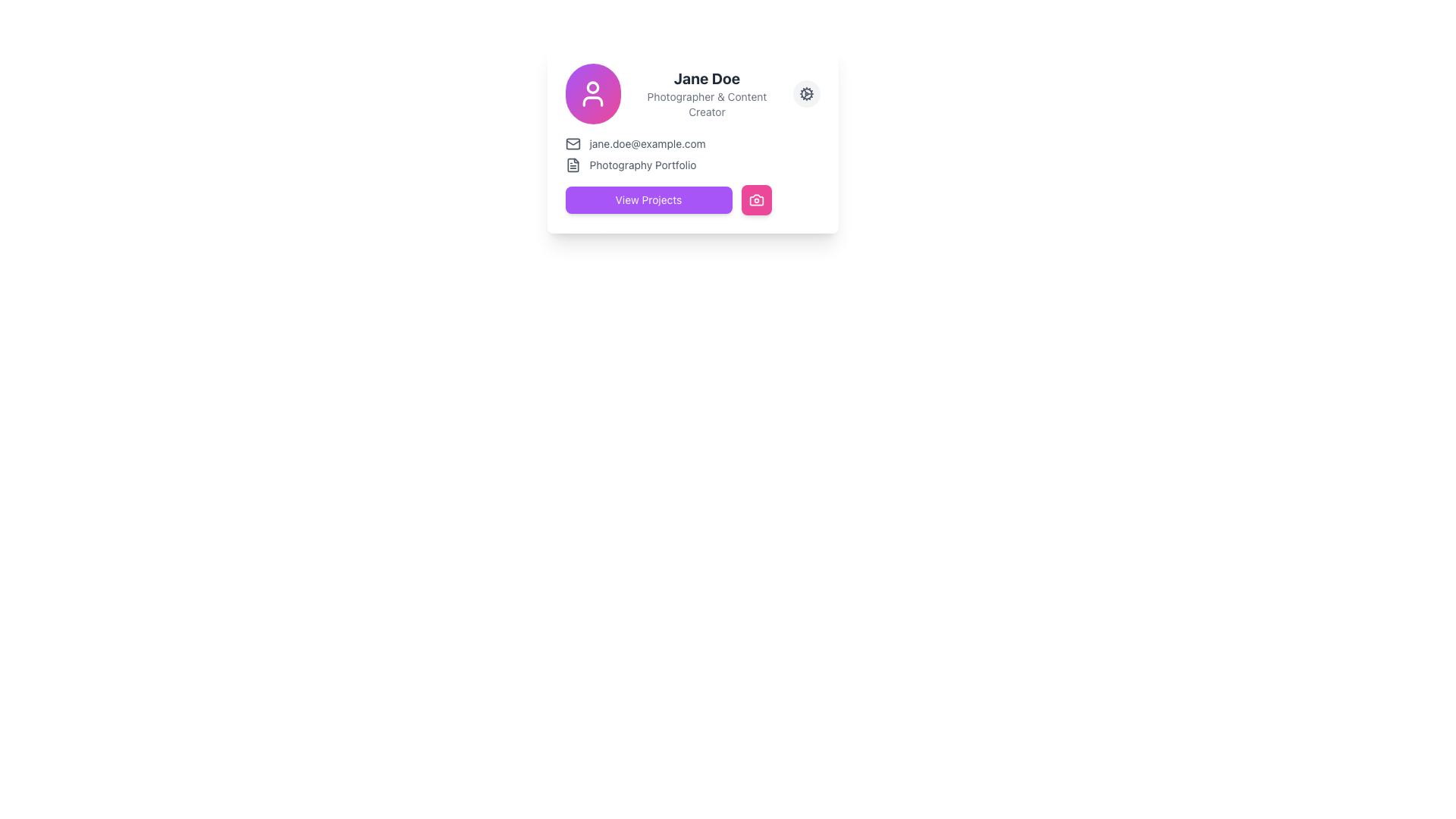  Describe the element at coordinates (692, 143) in the screenshot. I see `the text element displaying 'jane.doe@example.com' with the email icon, which is the first item under the header 'Jane Doe' and directly above 'Photography Portfolio'` at that location.